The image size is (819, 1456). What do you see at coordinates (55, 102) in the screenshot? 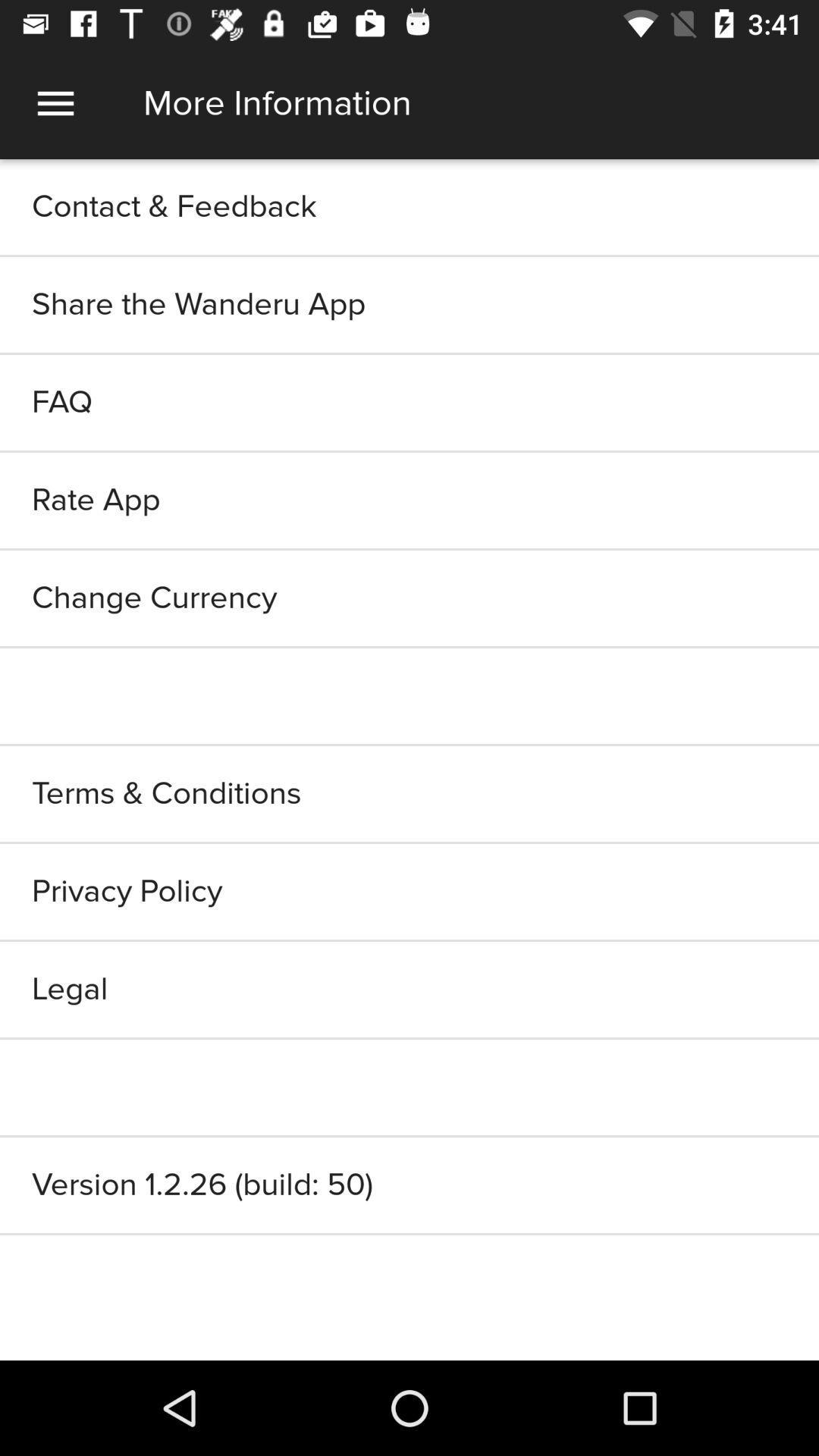
I see `more options` at bounding box center [55, 102].